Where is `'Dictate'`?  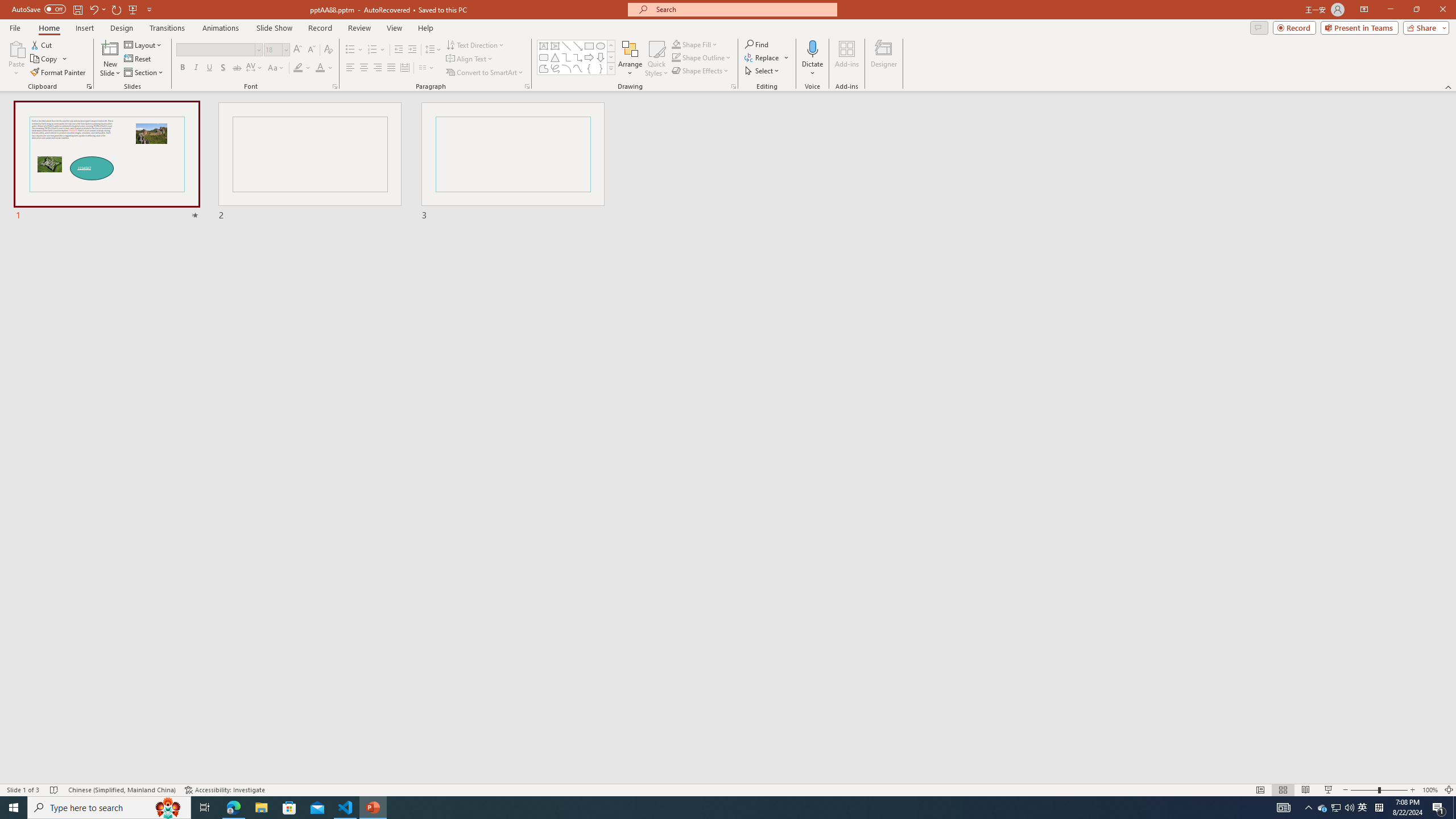
'Dictate' is located at coordinates (812, 48).